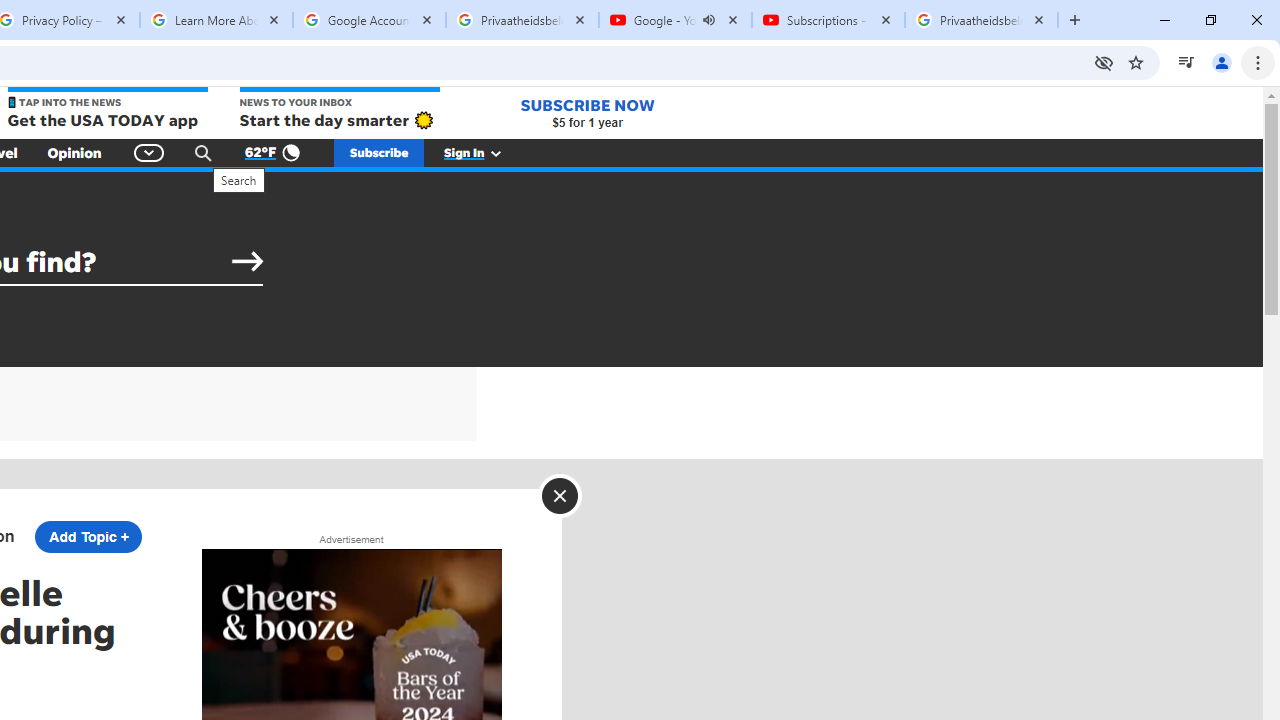  What do you see at coordinates (87, 536) in the screenshot?
I see `'Add Topic'` at bounding box center [87, 536].